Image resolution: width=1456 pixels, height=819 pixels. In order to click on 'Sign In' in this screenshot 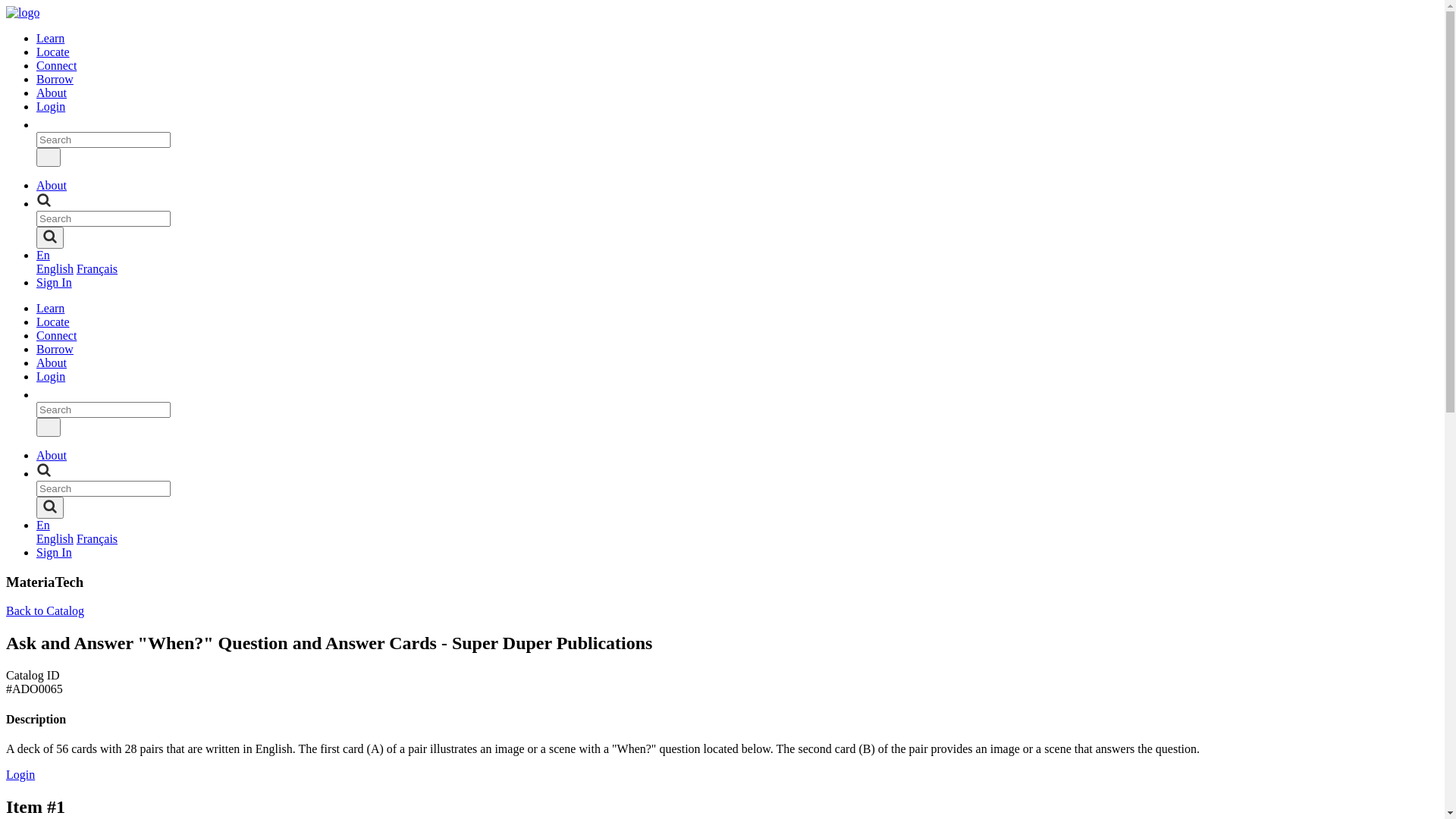, I will do `click(54, 552)`.